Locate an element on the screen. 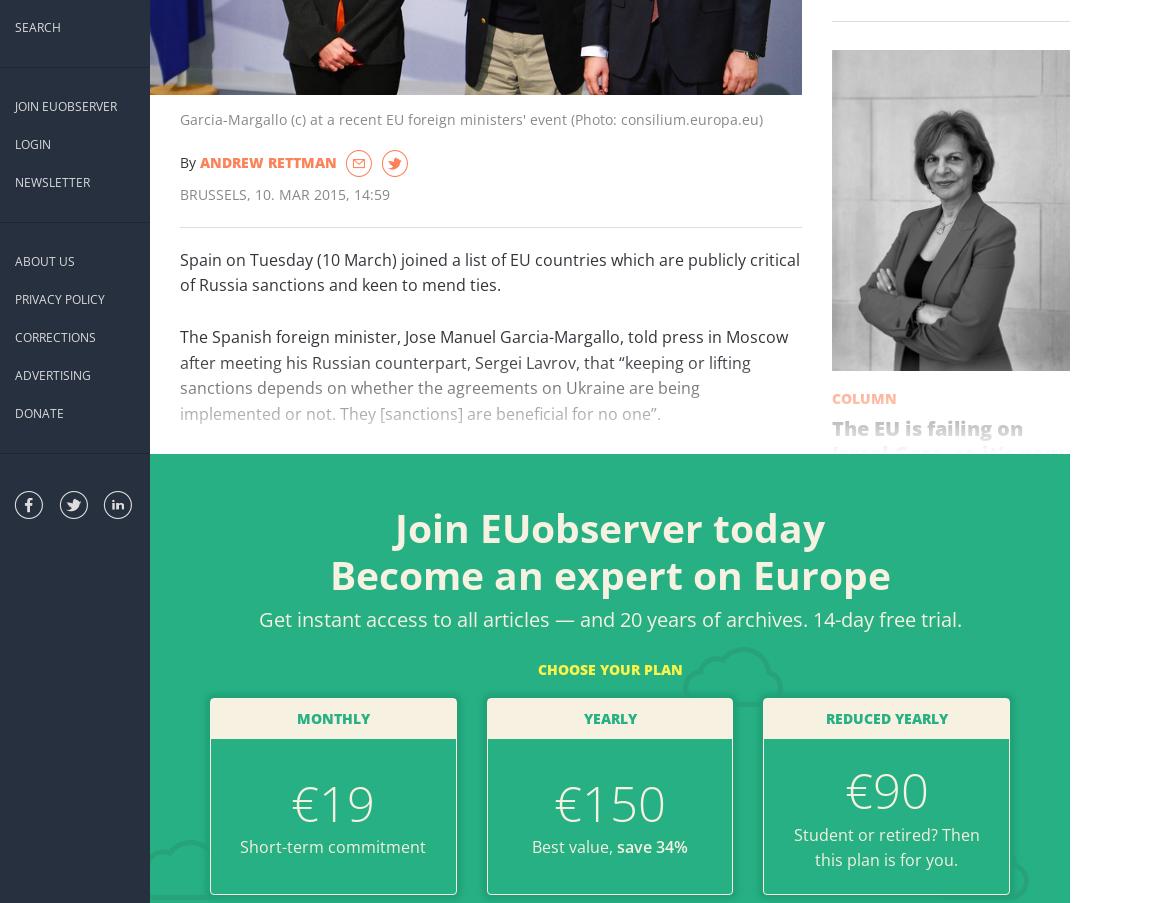 The image size is (1150, 903). 'New centrist party may hold cards in Spanish politics' is located at coordinates (359, 784).